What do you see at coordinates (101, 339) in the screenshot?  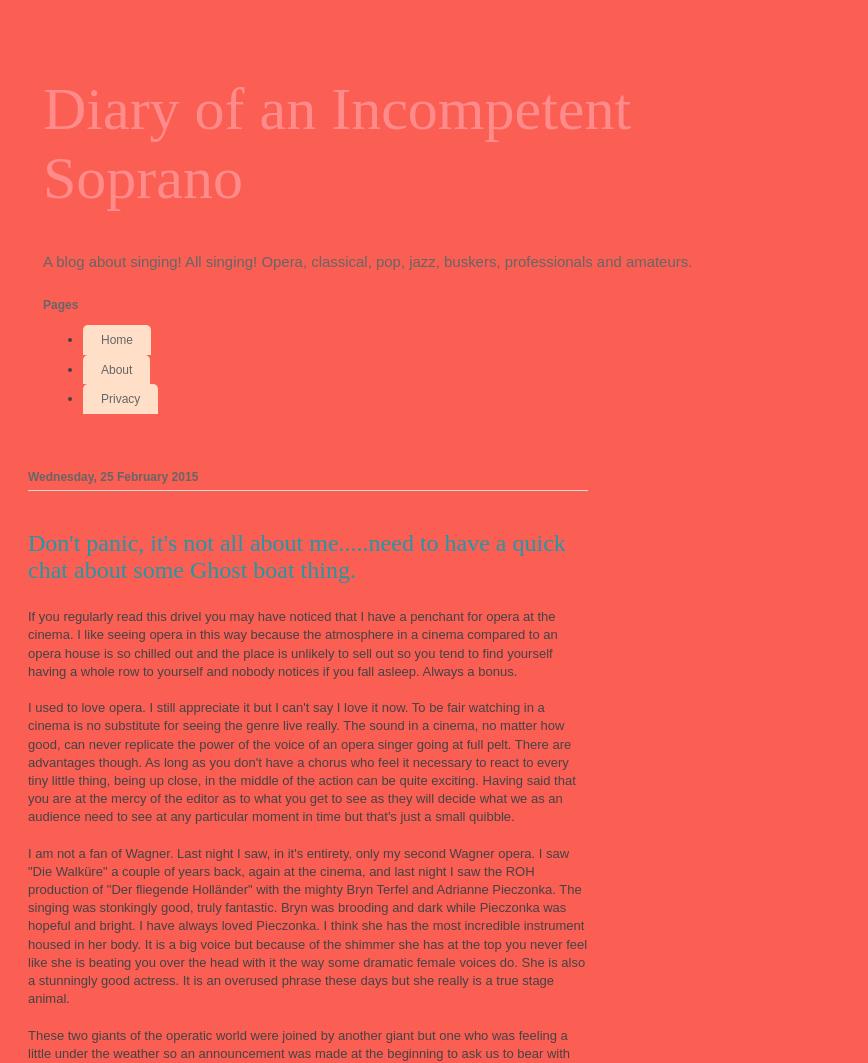 I see `'Home'` at bounding box center [101, 339].